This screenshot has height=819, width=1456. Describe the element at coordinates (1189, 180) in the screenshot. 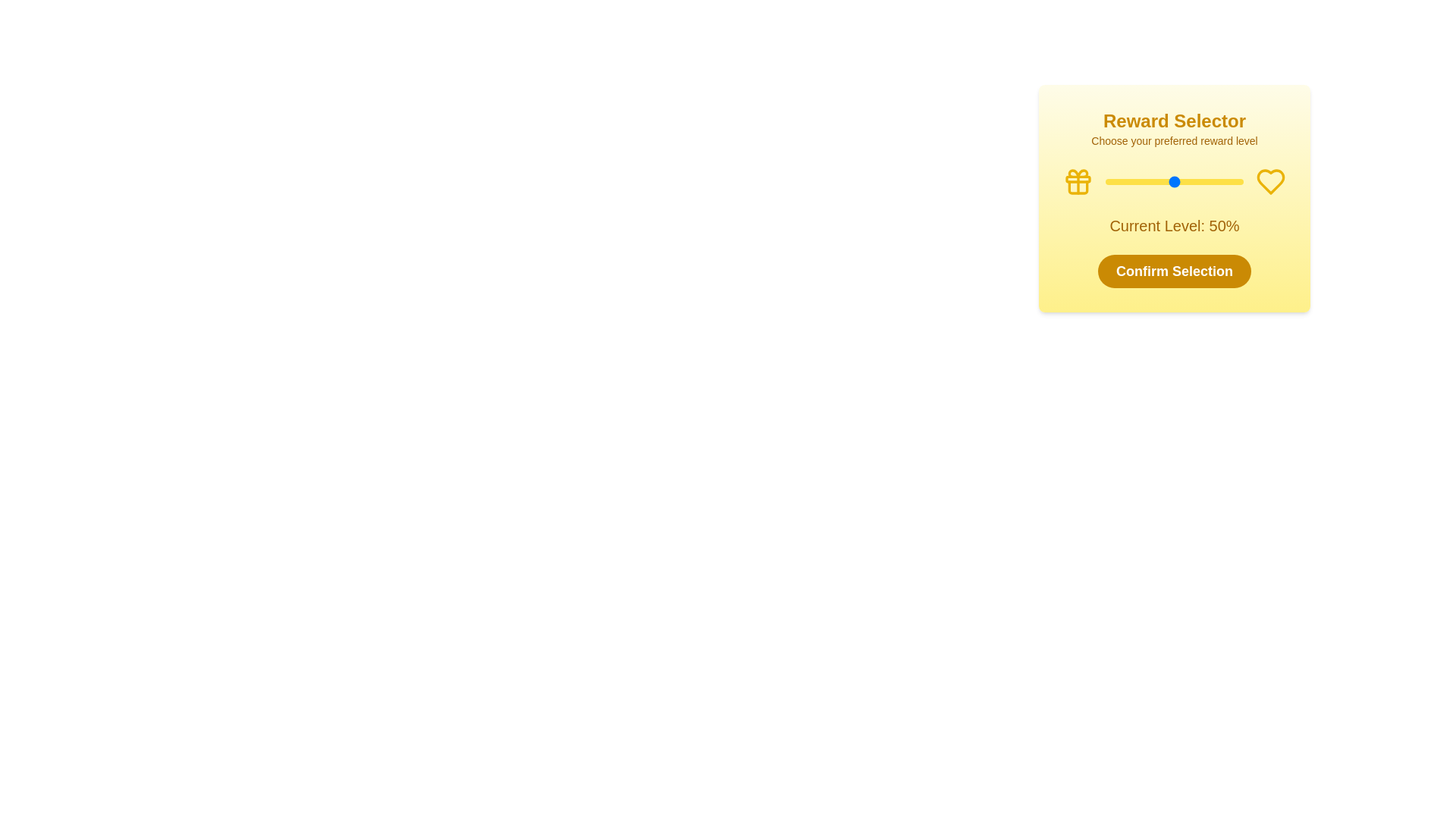

I see `the reward level` at that location.